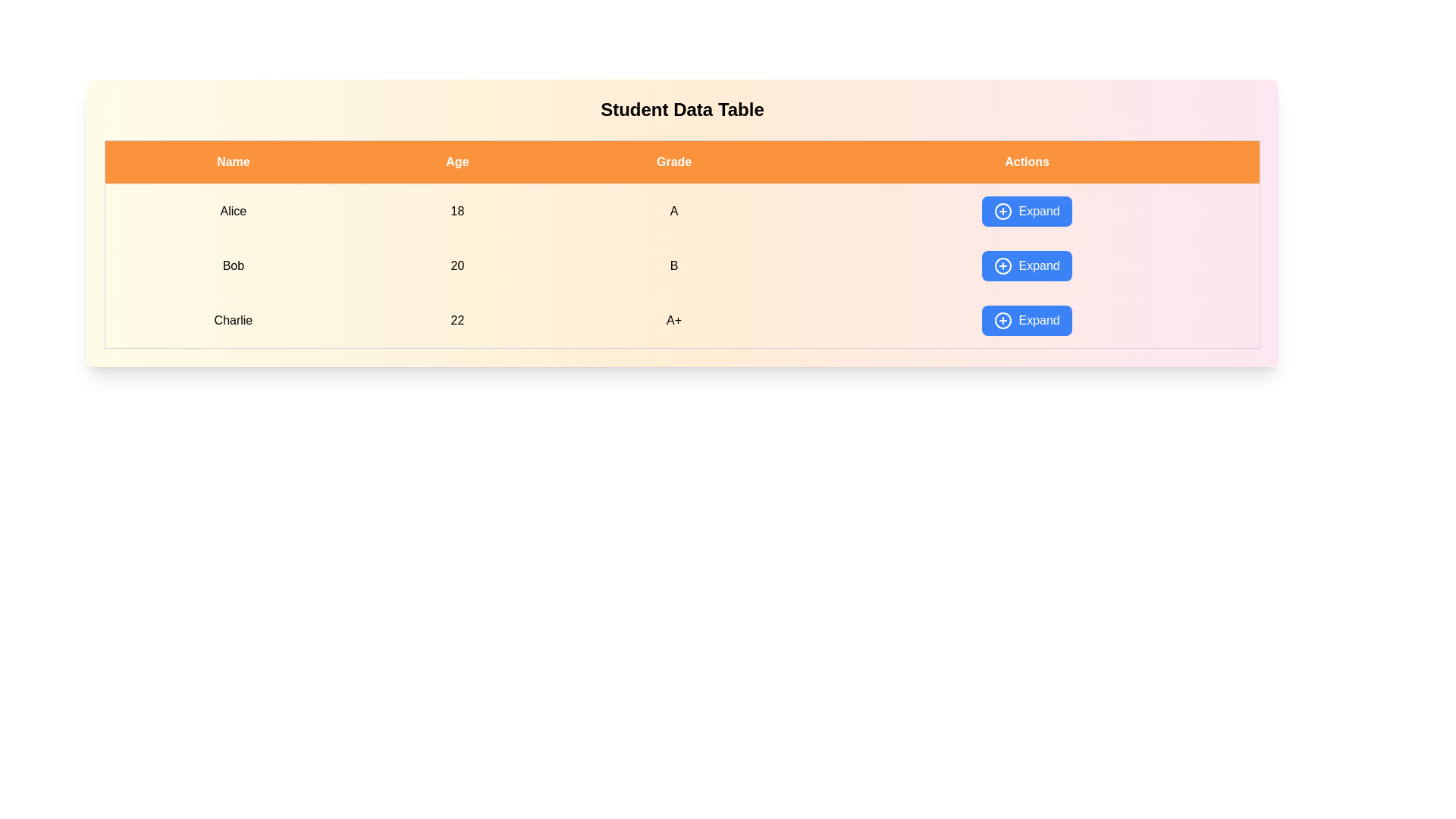 This screenshot has height=819, width=1456. Describe the element at coordinates (1026, 320) in the screenshot. I see `the blue 'Expand' button located in the bottom row of the 'Actions' column, aligned with the last entry 'Charlie'` at that location.